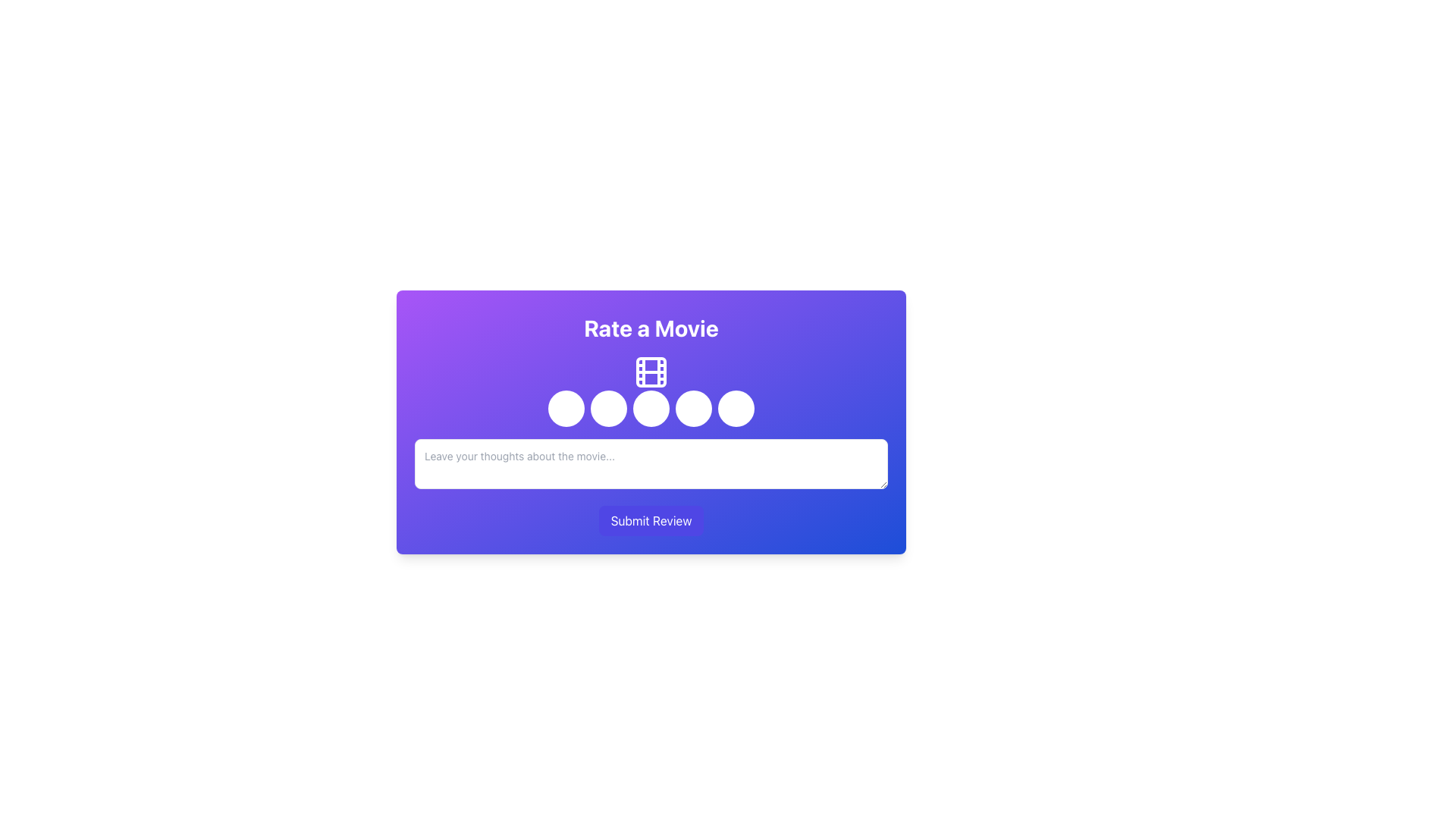  Describe the element at coordinates (651, 408) in the screenshot. I see `the third button` at that location.